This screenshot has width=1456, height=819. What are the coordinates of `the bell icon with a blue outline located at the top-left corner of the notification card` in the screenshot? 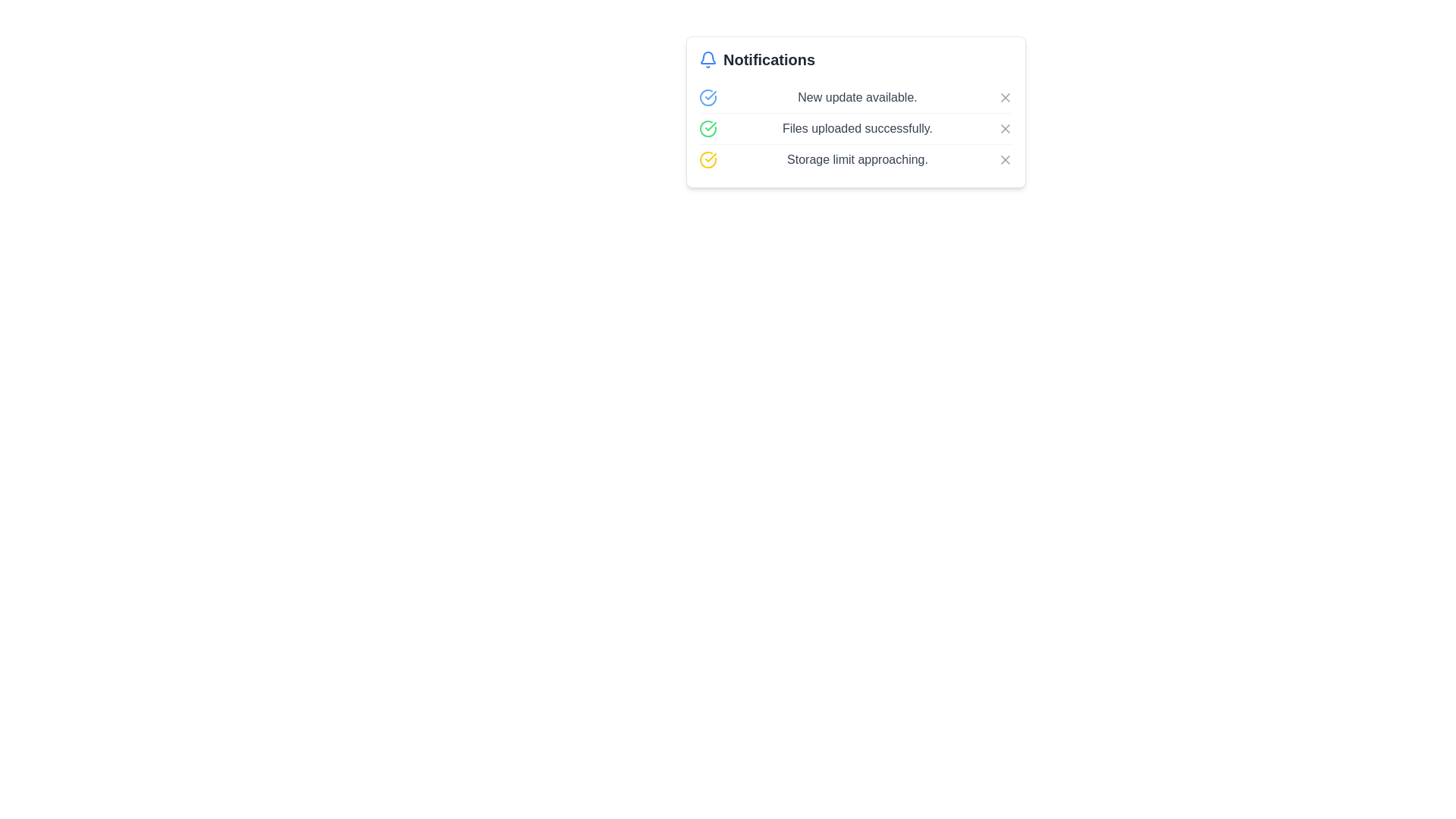 It's located at (708, 57).